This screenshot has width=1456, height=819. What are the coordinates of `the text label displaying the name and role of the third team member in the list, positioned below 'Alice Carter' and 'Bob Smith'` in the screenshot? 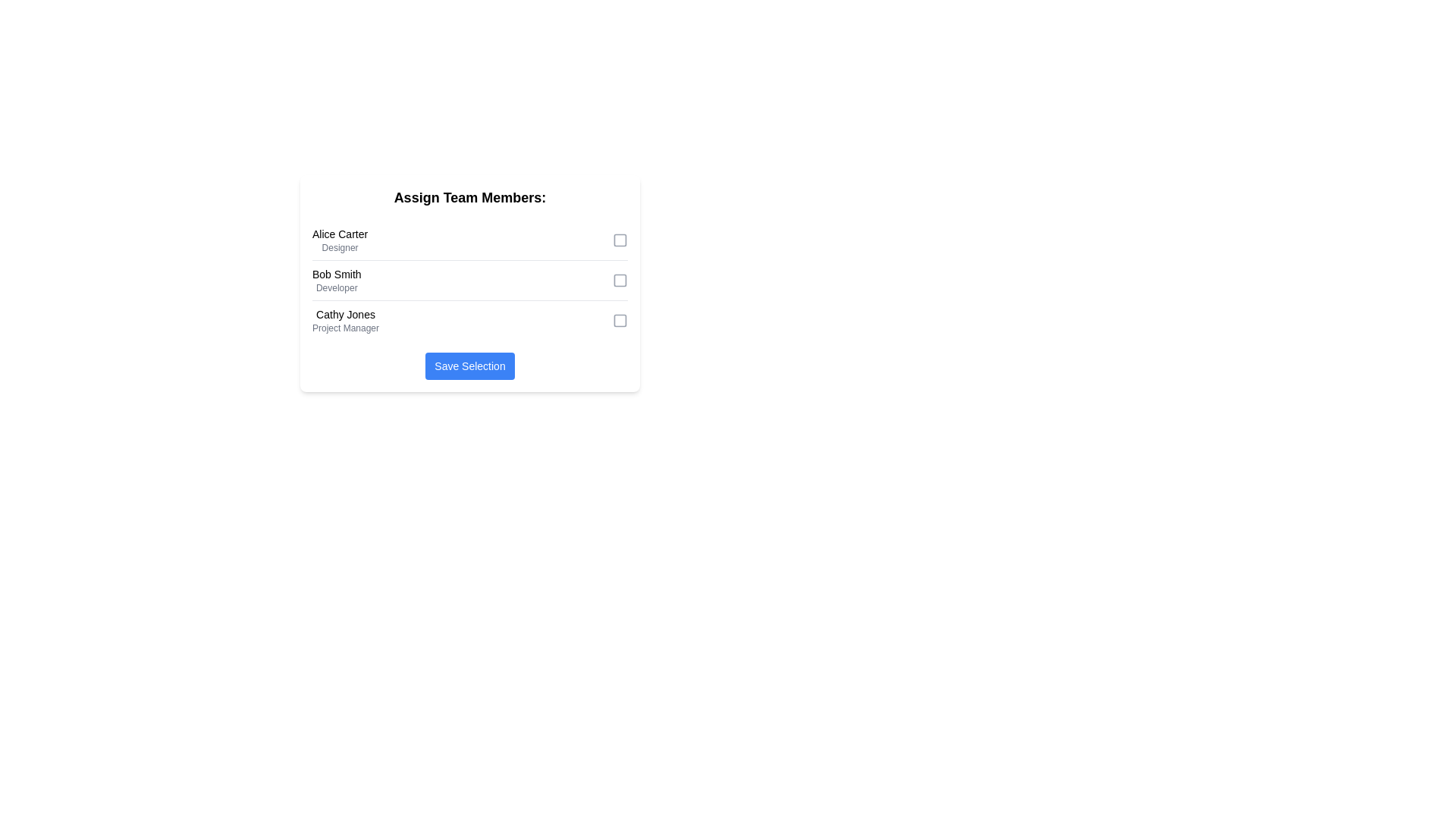 It's located at (345, 320).